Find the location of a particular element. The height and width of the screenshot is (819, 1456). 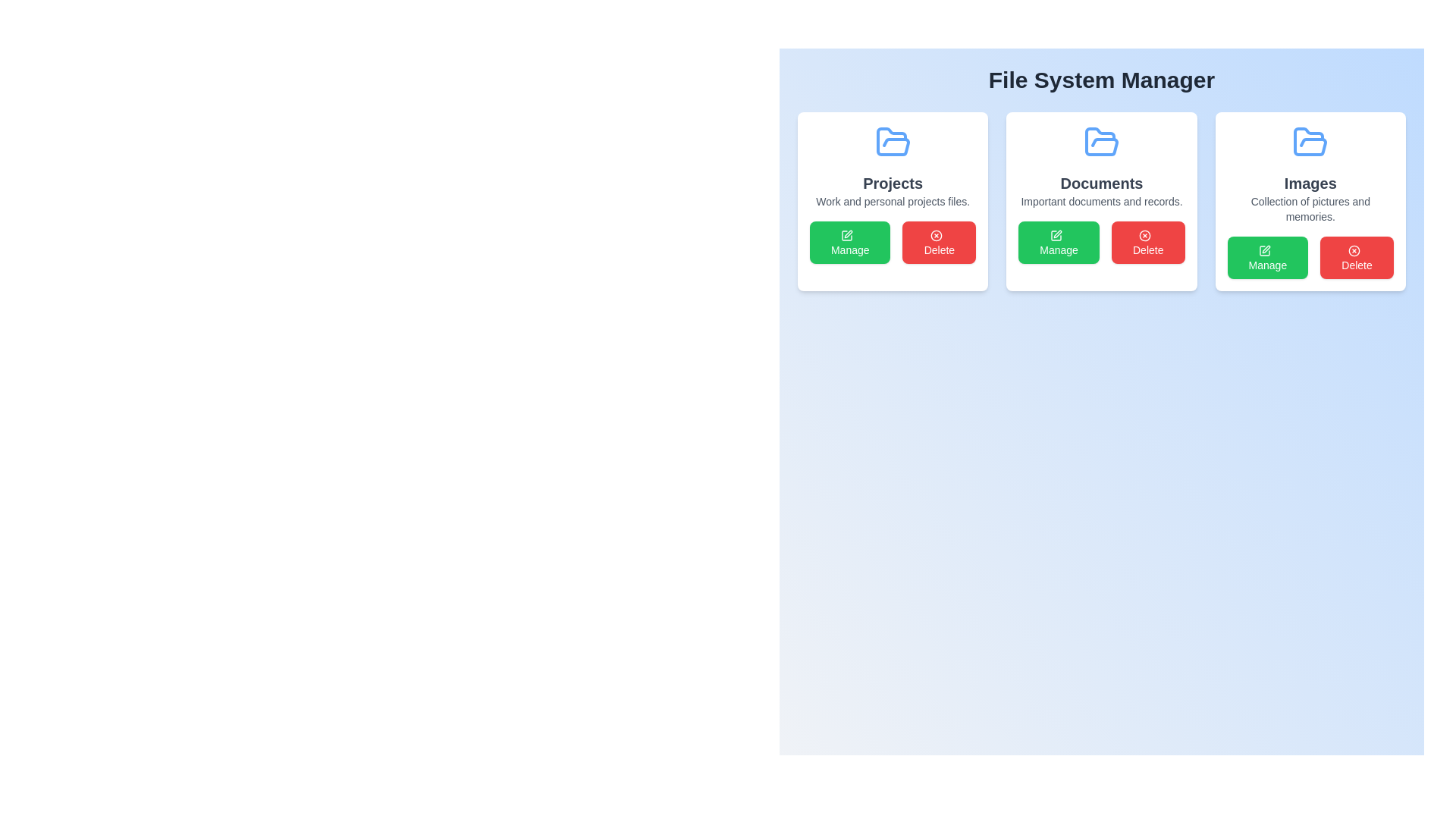

the inner visual component of the folder icon, which is part of the 'Projects' file category in the 'File System Manager' interface is located at coordinates (893, 141).